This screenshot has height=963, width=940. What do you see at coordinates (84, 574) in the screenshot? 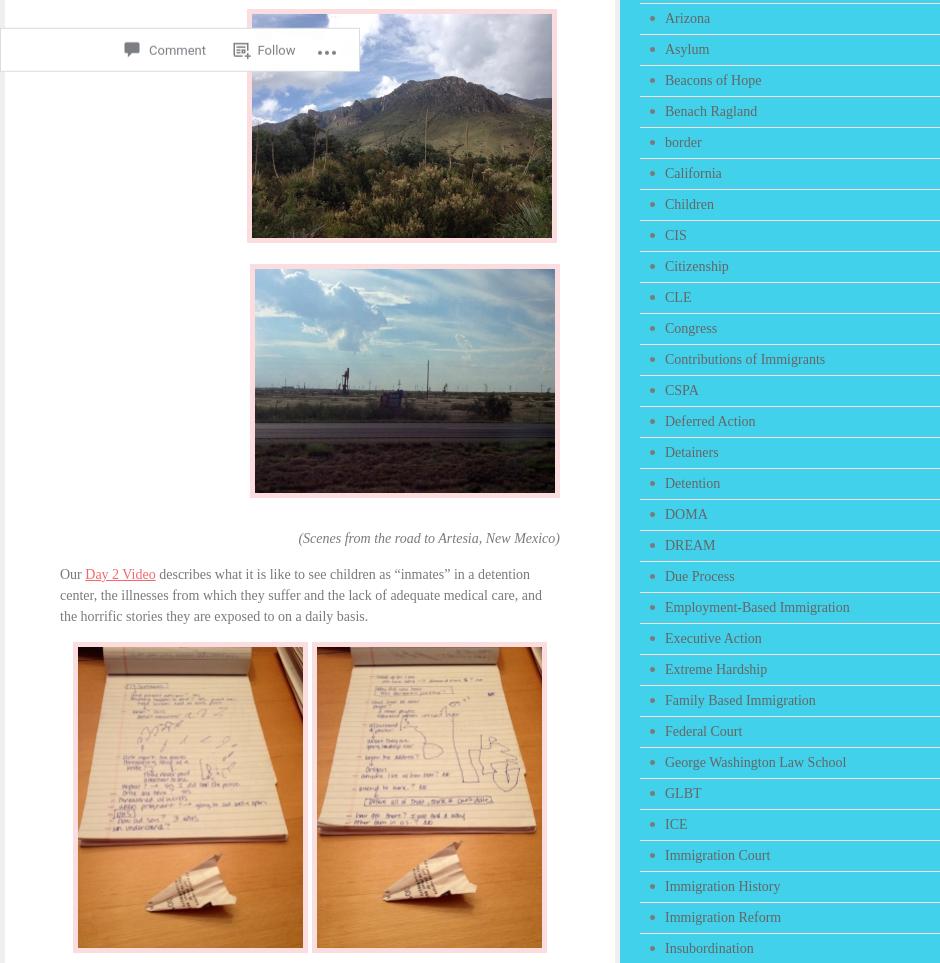
I see `'Day 2 Video'` at bounding box center [84, 574].